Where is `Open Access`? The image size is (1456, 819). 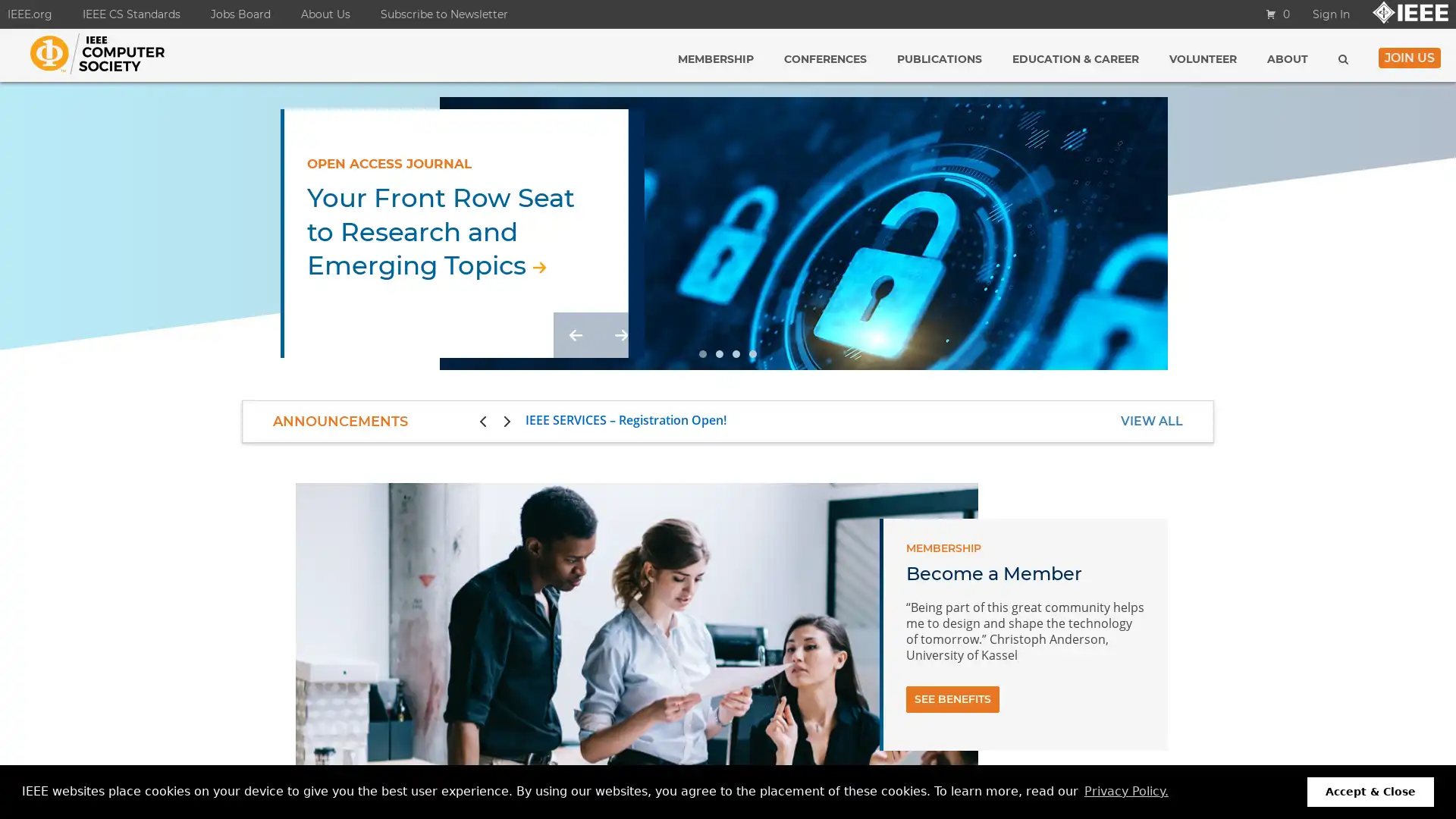 Open Access is located at coordinates (701, 353).